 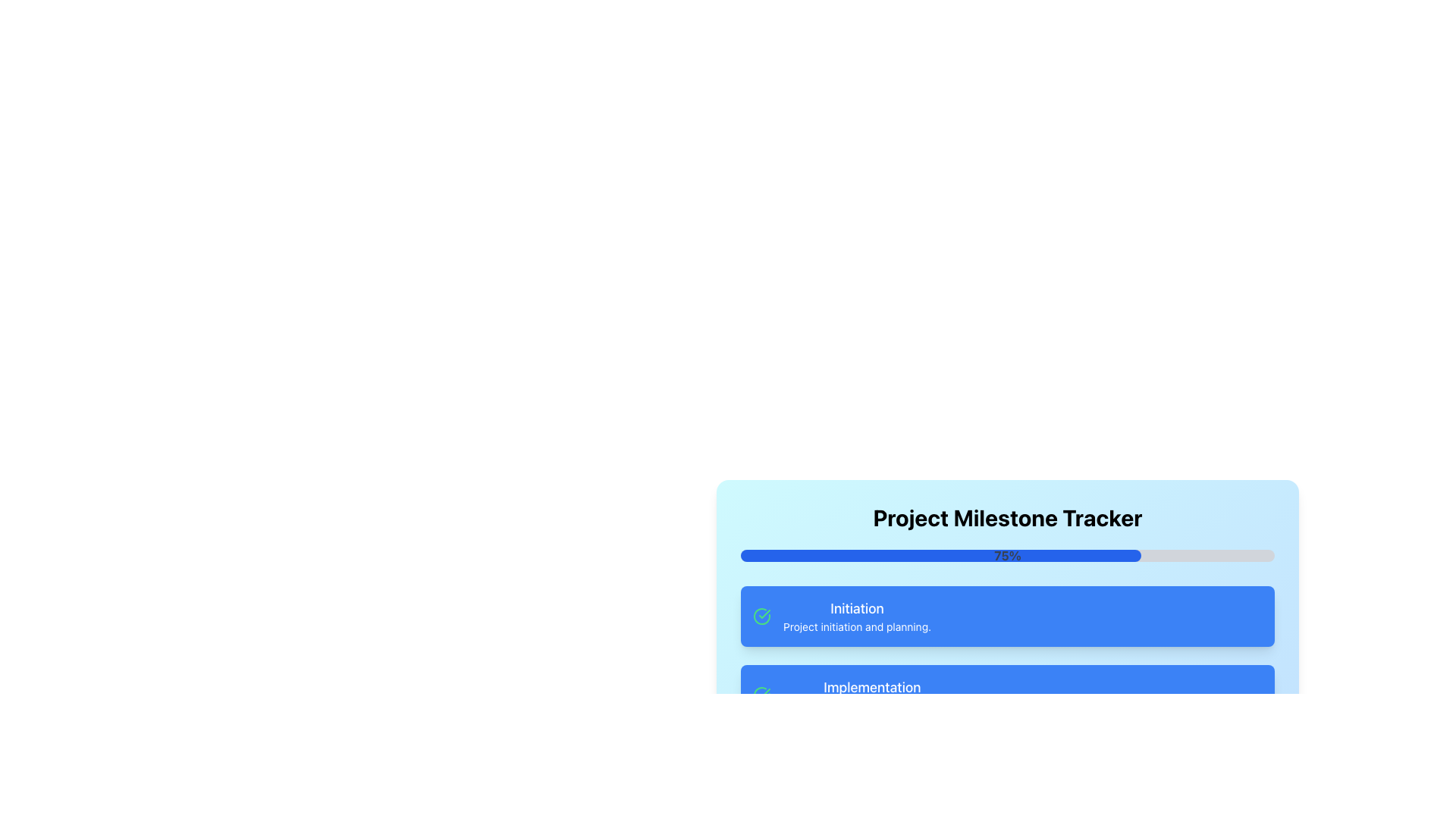 What do you see at coordinates (872, 695) in the screenshot?
I see `text from the 'Implementation' phase label, which is the second text block in the project tracker beneath the 'Initiation' block` at bounding box center [872, 695].